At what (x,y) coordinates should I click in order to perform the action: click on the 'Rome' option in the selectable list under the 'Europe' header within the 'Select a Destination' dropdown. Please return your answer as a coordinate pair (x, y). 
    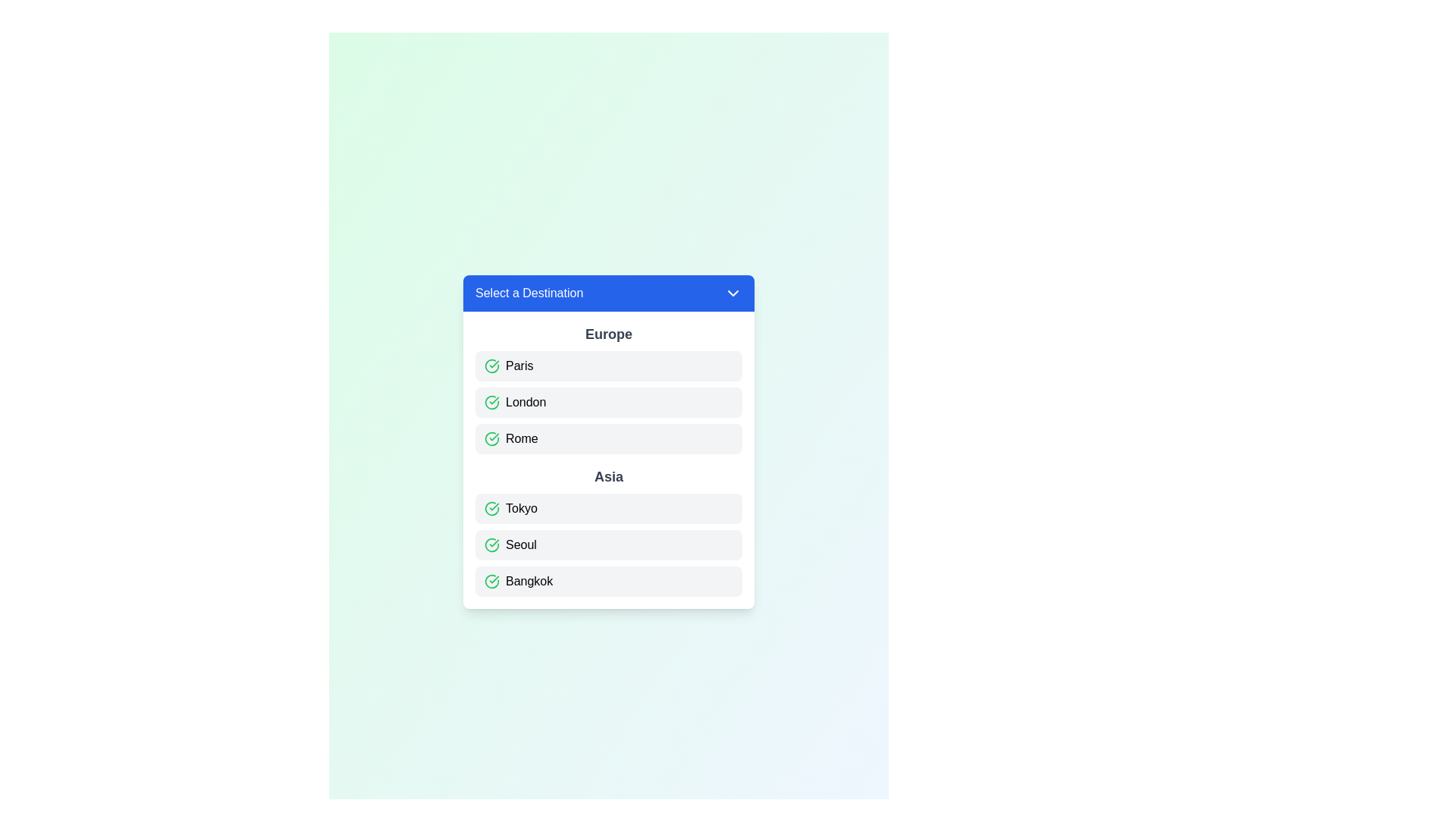
    Looking at the image, I should click on (522, 438).